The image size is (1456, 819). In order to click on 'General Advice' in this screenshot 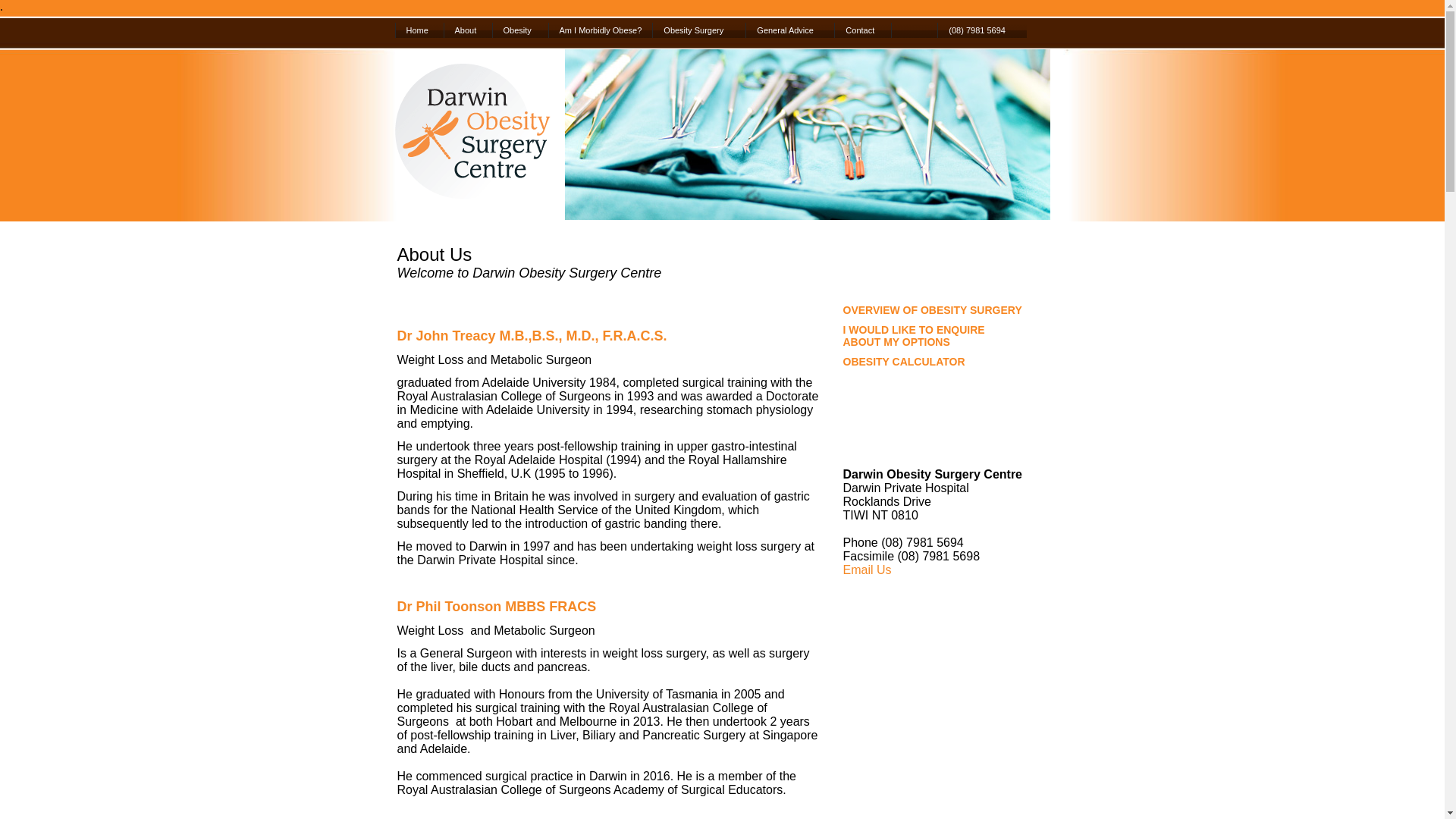, I will do `click(789, 30)`.